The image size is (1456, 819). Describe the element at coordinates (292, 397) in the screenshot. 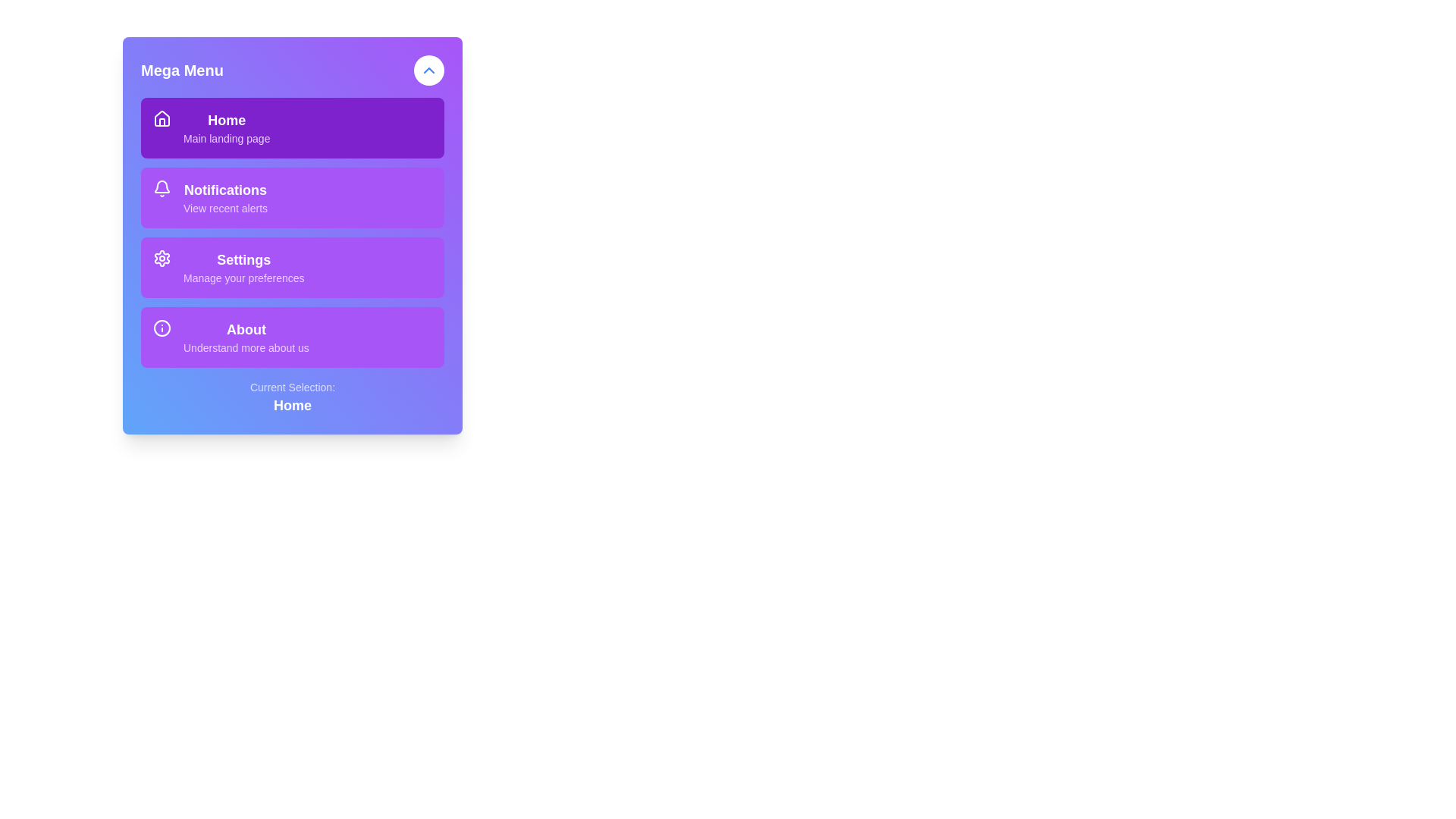

I see `displayed information from the text section labeled 'Current Selection: Home', which is located at the bottom of the vertically-stacked menu and is the last item in the menu structure` at that location.